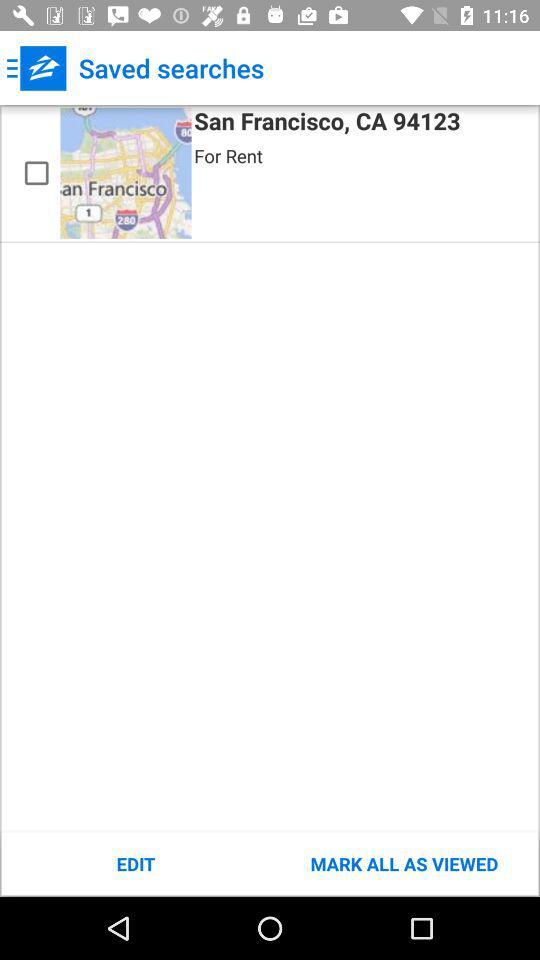 The width and height of the screenshot is (540, 960). What do you see at coordinates (36, 172) in the screenshot?
I see `the icon above edit icon` at bounding box center [36, 172].